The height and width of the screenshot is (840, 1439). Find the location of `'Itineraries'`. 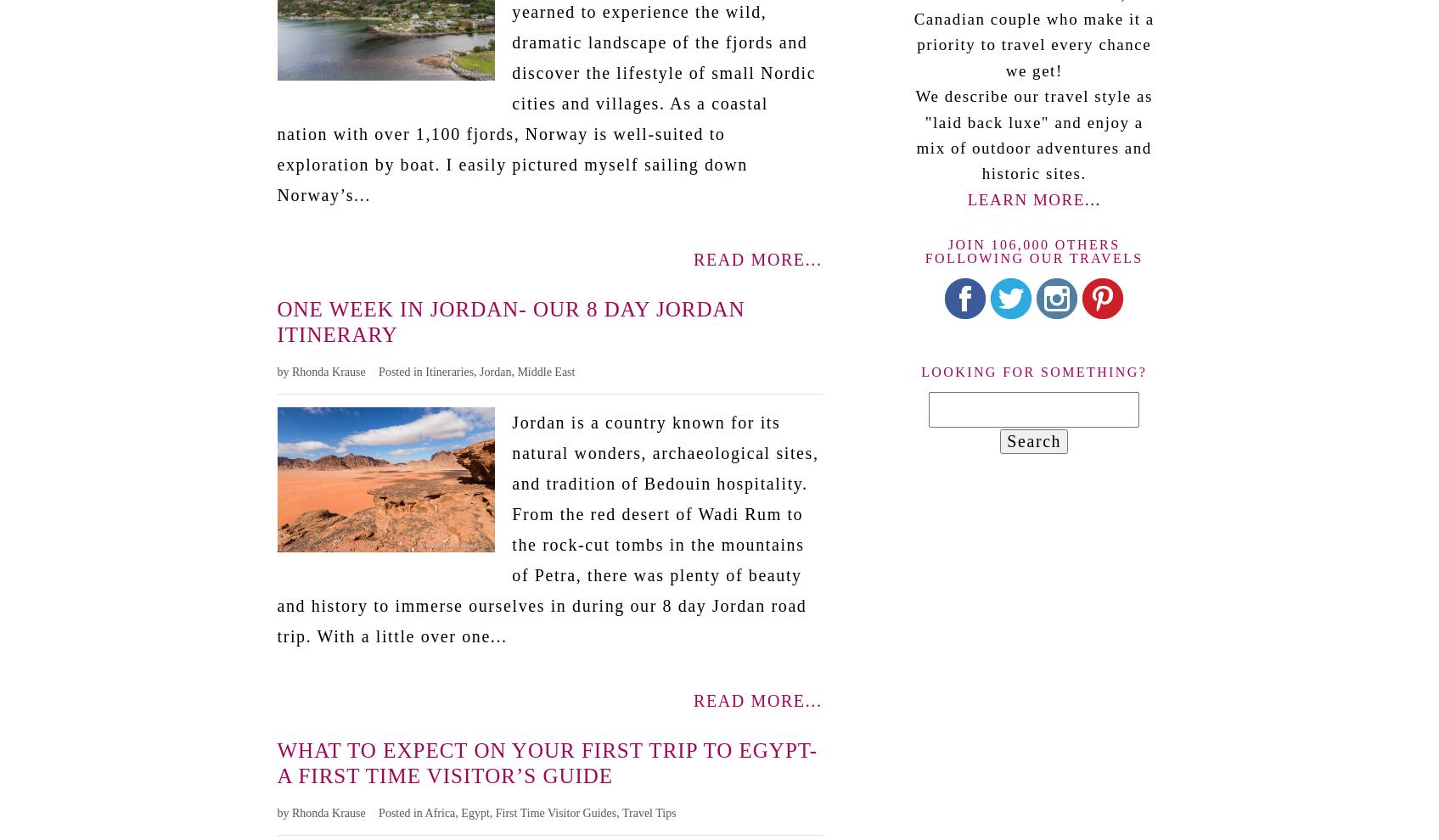

'Itineraries' is located at coordinates (449, 370).